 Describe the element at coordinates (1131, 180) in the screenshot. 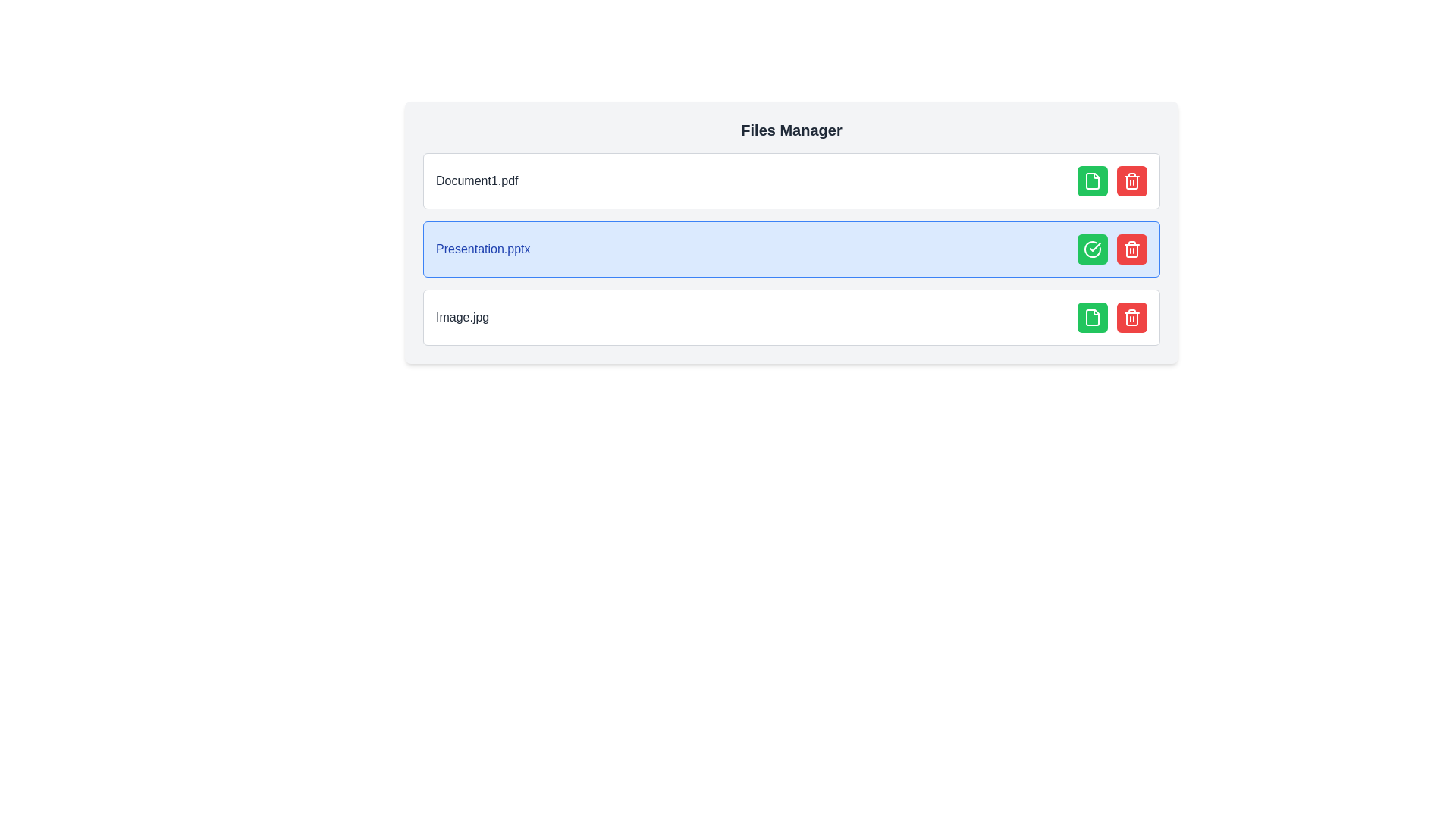

I see `the trash can icon with a red background next to the row labeled 'Presentation.pptx' to initiate a delete action` at that location.